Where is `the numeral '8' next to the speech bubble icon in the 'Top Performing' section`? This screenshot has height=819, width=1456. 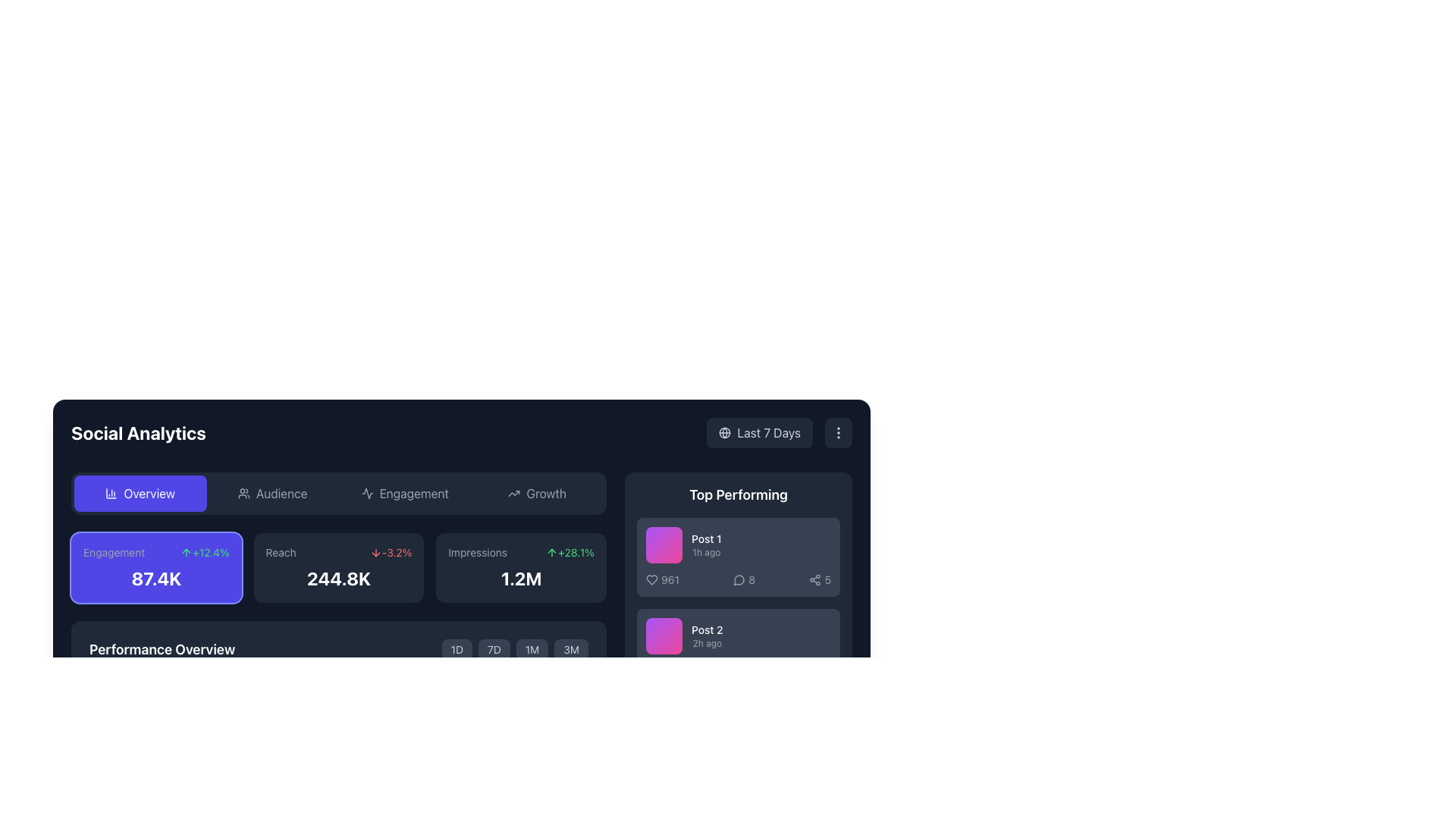 the numeral '8' next to the speech bubble icon in the 'Top Performing' section is located at coordinates (744, 579).